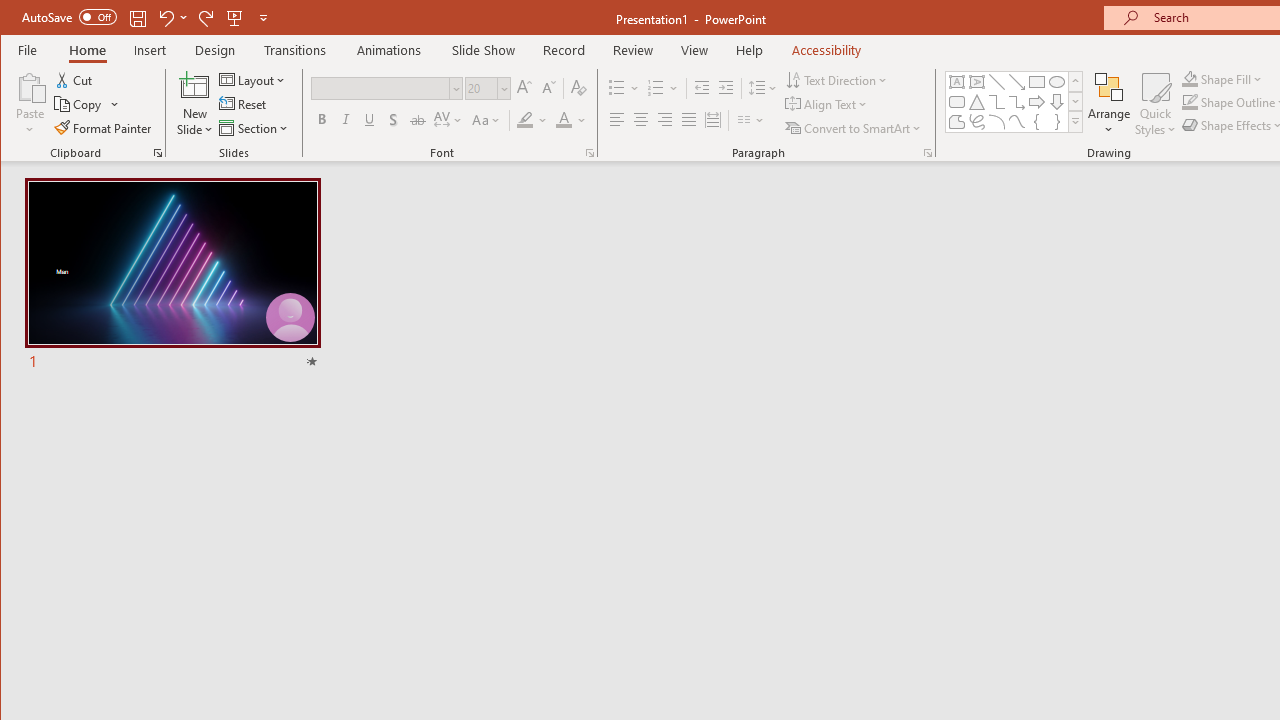 The width and height of the screenshot is (1280, 720). Describe the element at coordinates (416, 120) in the screenshot. I see `'Strikethrough'` at that location.